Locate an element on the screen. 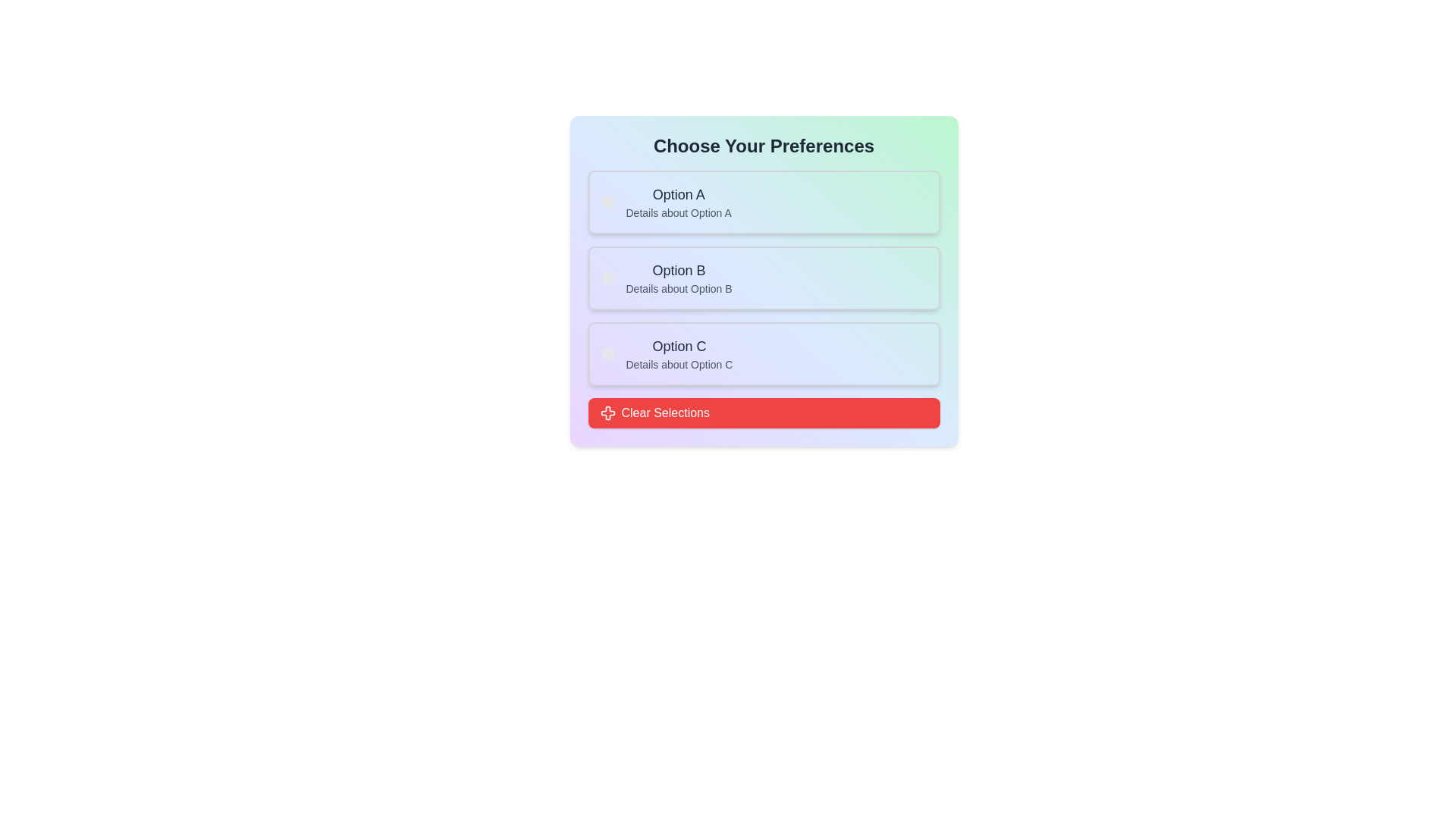 This screenshot has height=819, width=1456. the circular decorative or status indicator associated with 'Option B' is located at coordinates (607, 278).